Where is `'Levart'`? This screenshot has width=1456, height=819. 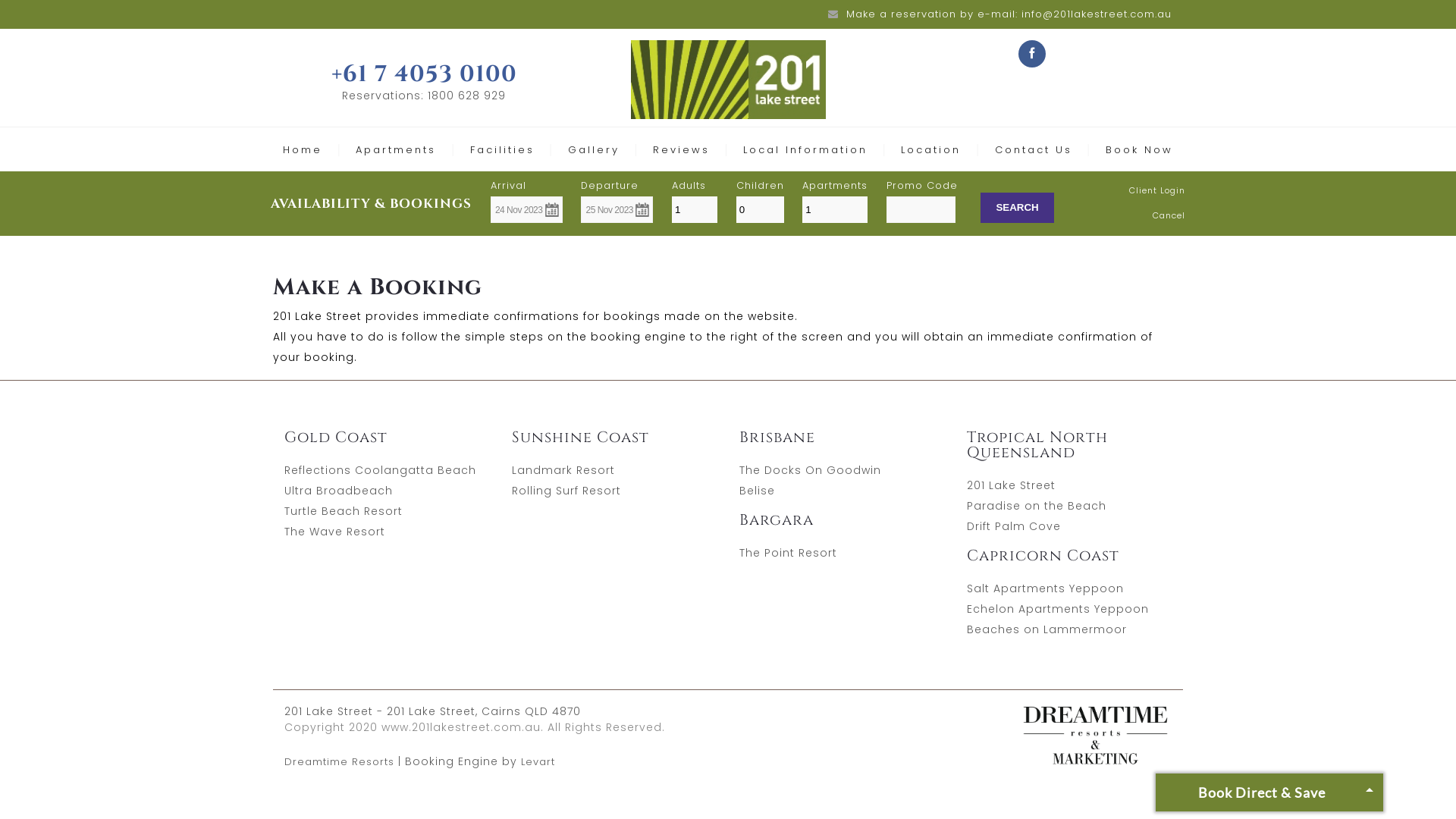
'Levart' is located at coordinates (538, 761).